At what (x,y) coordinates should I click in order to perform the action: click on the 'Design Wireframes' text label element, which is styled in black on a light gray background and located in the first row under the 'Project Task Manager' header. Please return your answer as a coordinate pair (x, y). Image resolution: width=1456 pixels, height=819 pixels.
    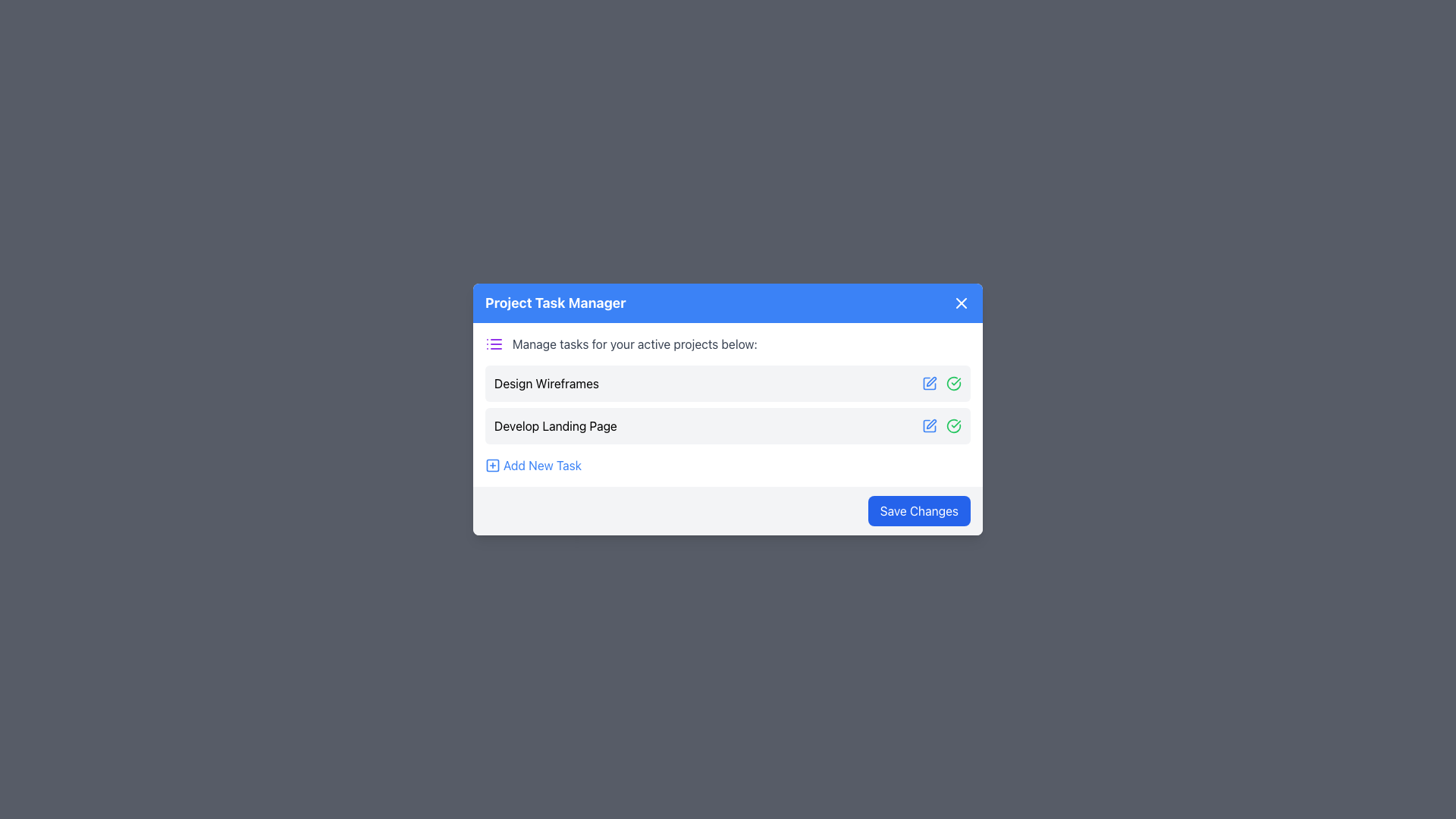
    Looking at the image, I should click on (546, 382).